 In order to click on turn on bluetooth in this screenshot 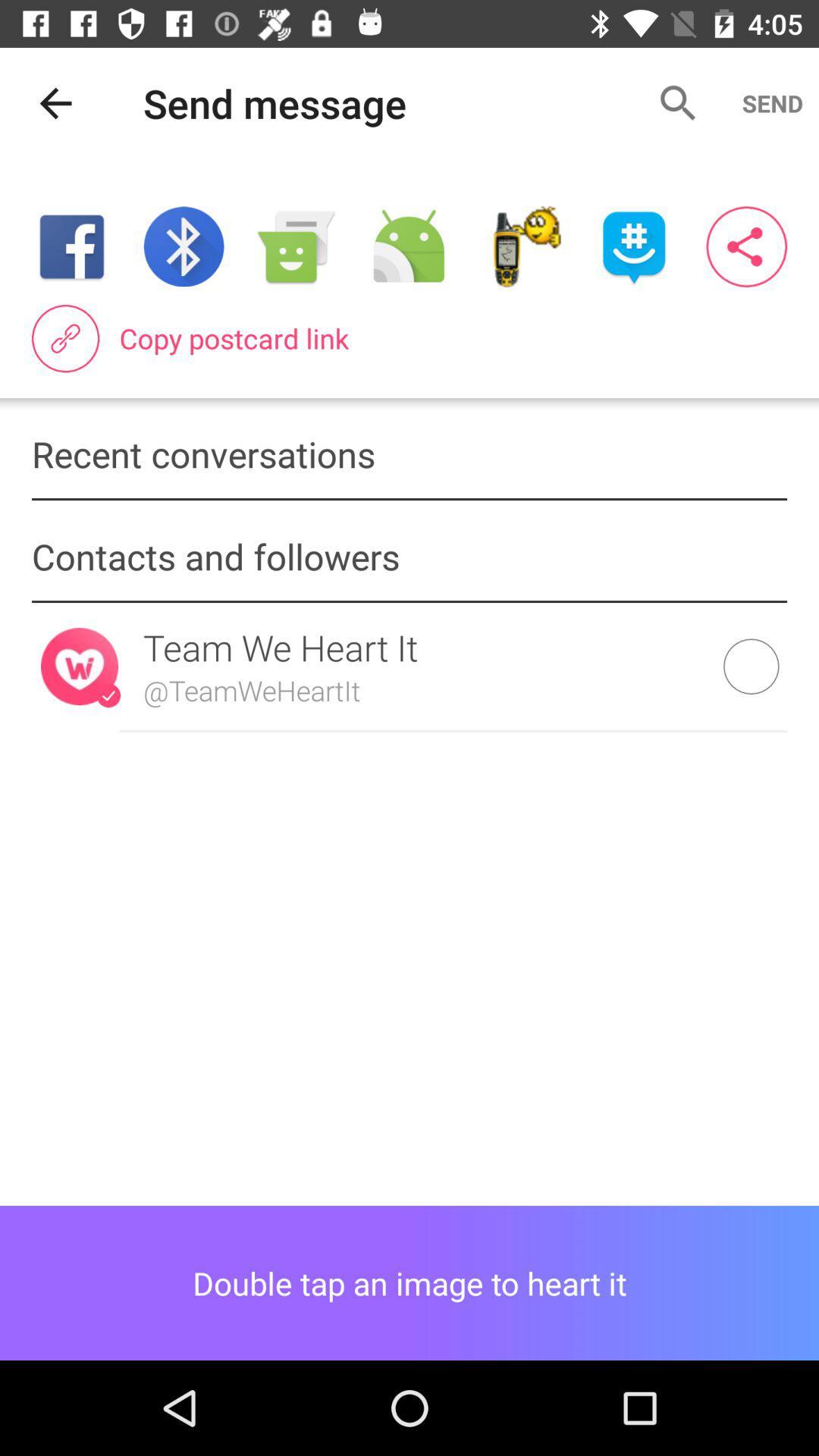, I will do `click(183, 246)`.